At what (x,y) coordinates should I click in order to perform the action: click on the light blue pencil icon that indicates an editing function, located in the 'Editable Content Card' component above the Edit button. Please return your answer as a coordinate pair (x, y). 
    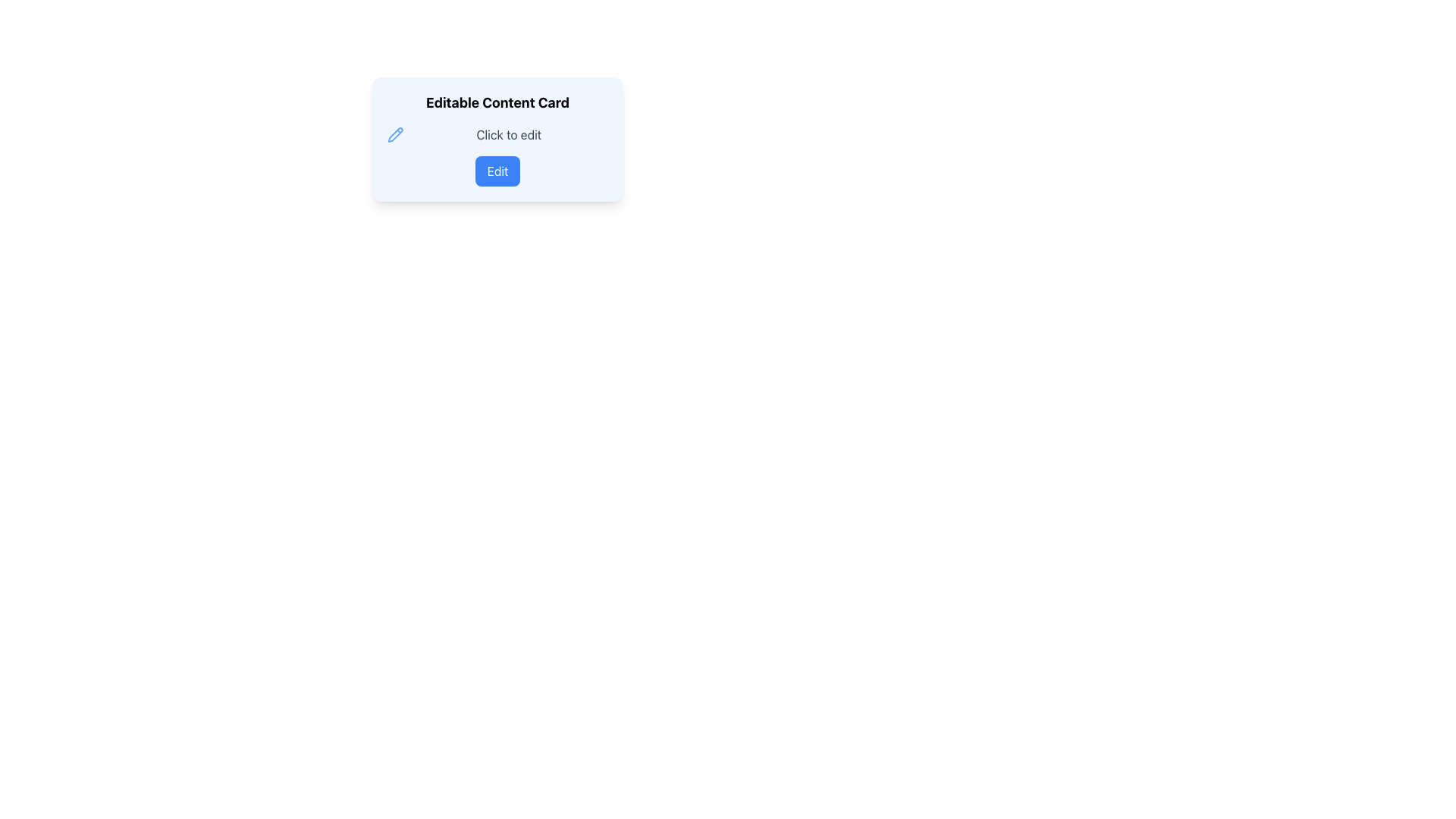
    Looking at the image, I should click on (395, 133).